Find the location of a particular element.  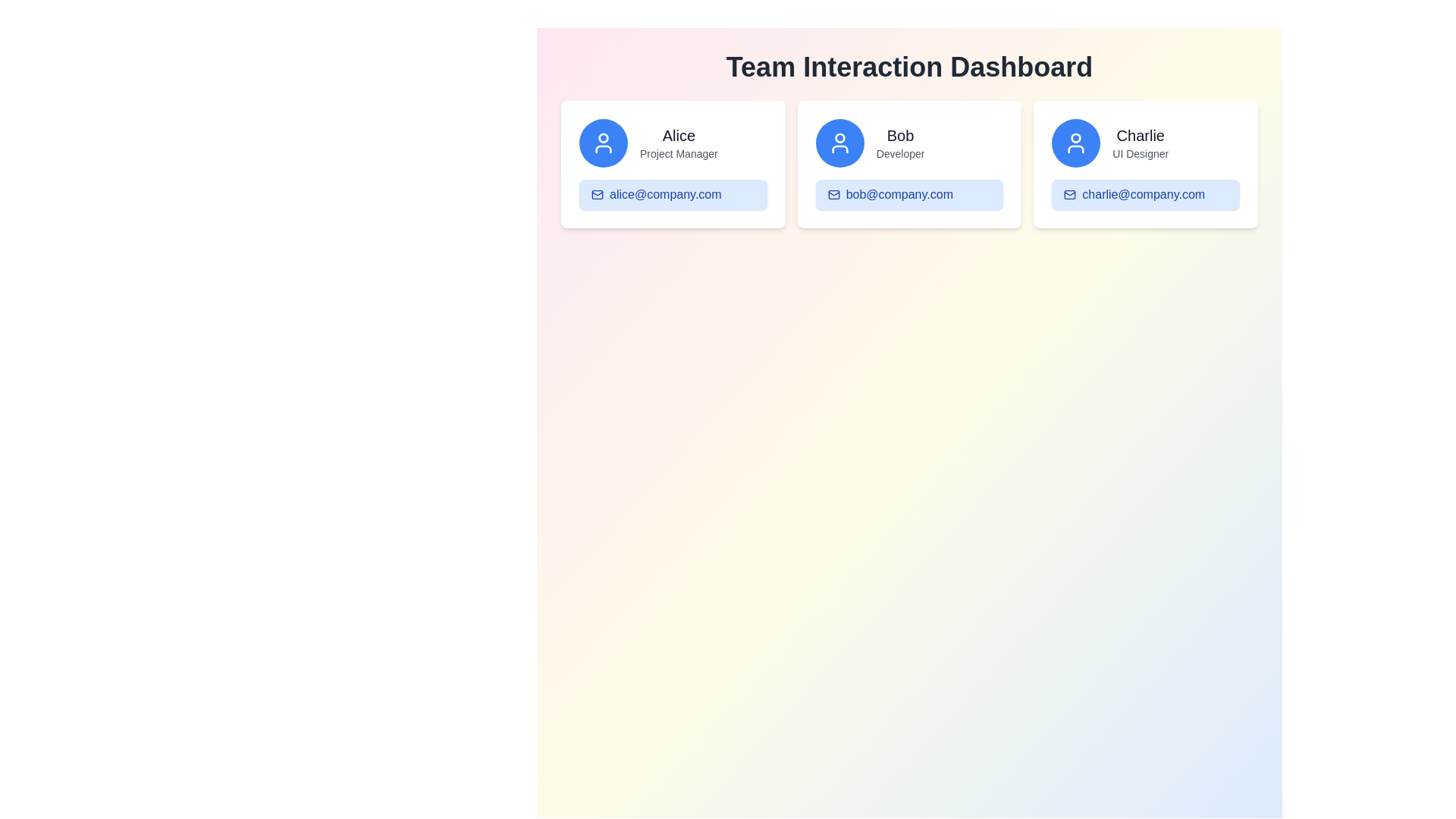

the curved line forming the bottom part of the user icon silhouette in the profile card for 'Charlie', marked as 'UI Designer', within the blue circular icon on the Team Interaction Dashboard is located at coordinates (1075, 149).